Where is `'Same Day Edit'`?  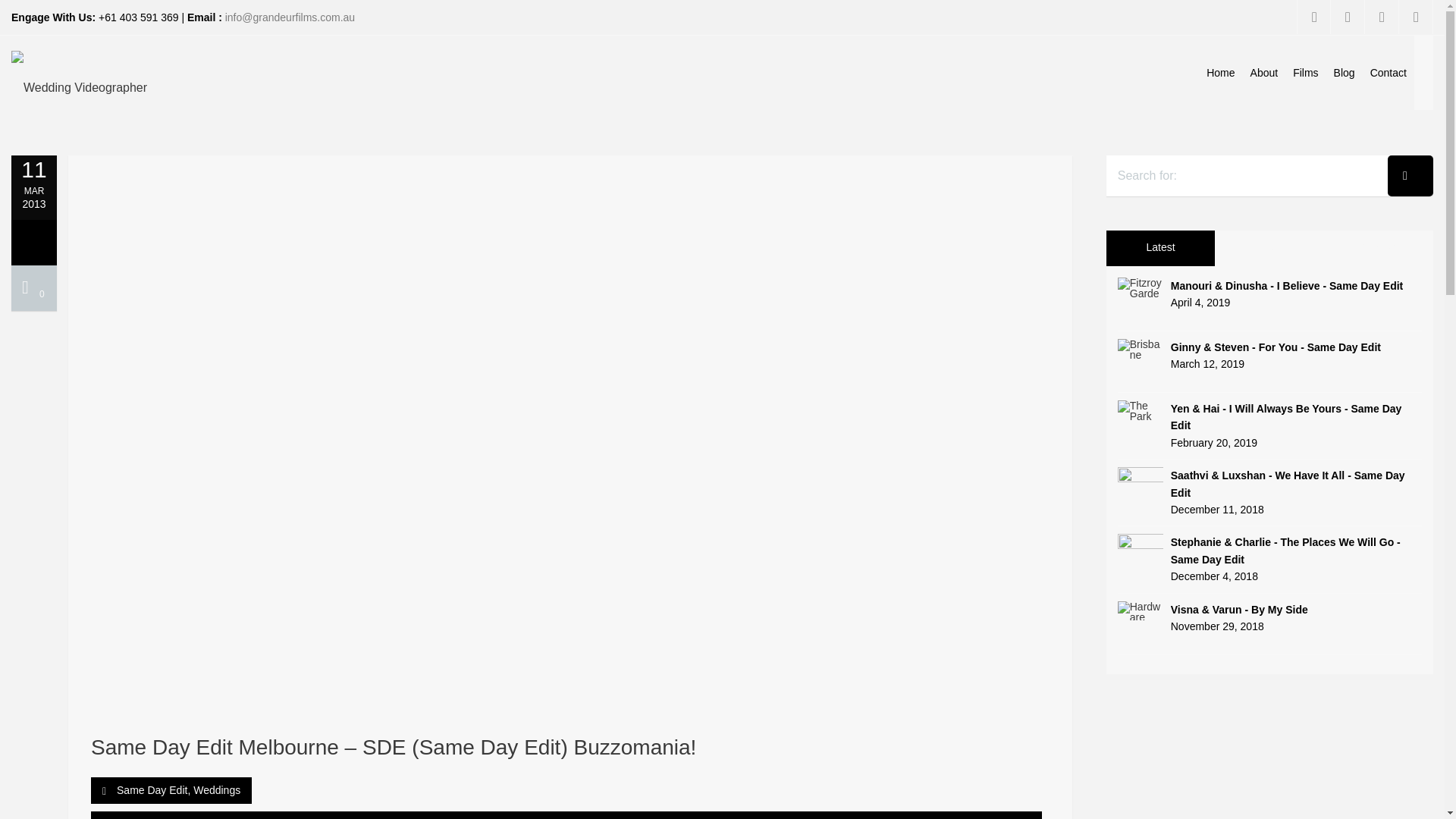
'Same Day Edit' is located at coordinates (152, 789).